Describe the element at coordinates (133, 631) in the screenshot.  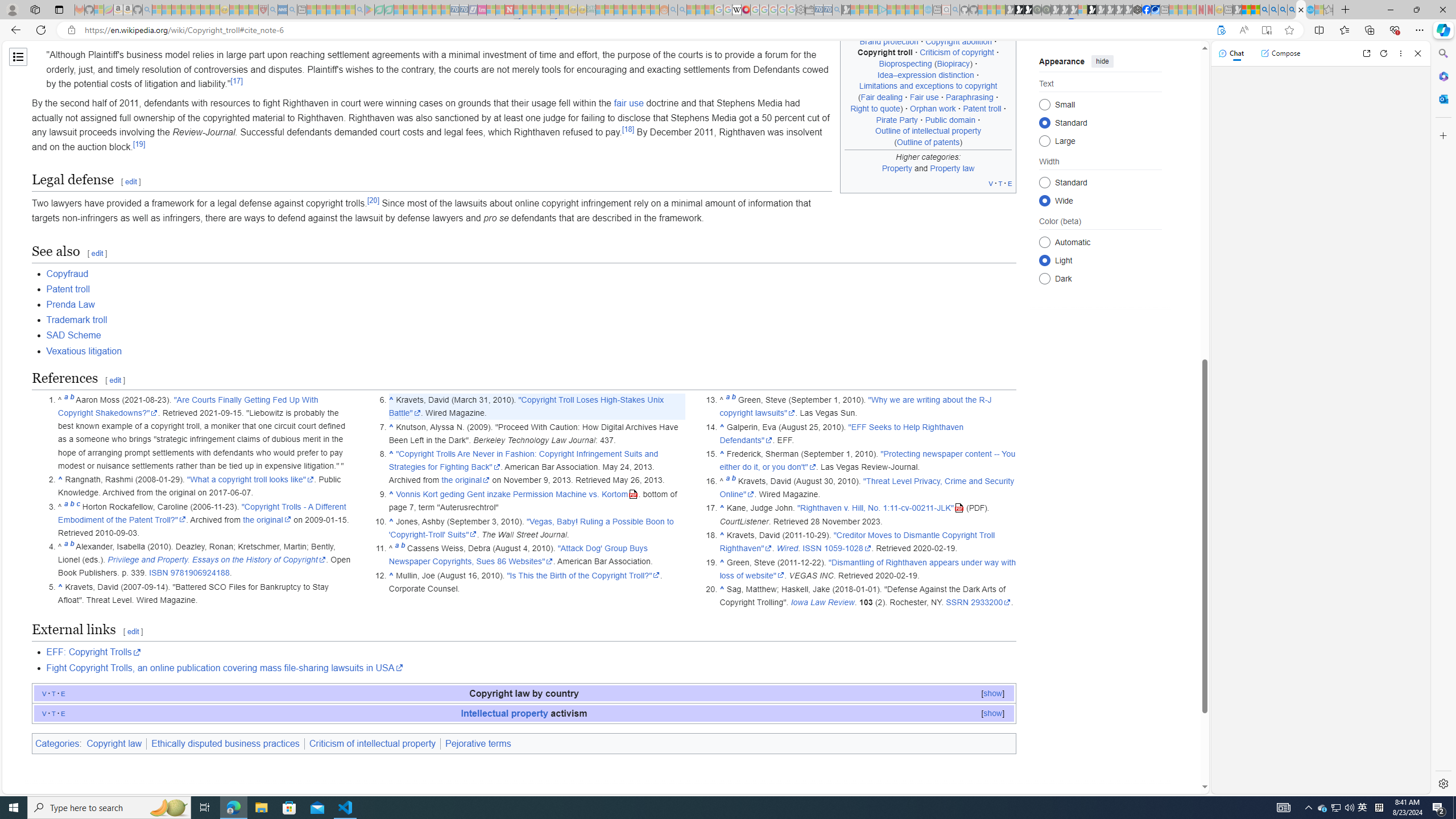
I see `'edit'` at that location.